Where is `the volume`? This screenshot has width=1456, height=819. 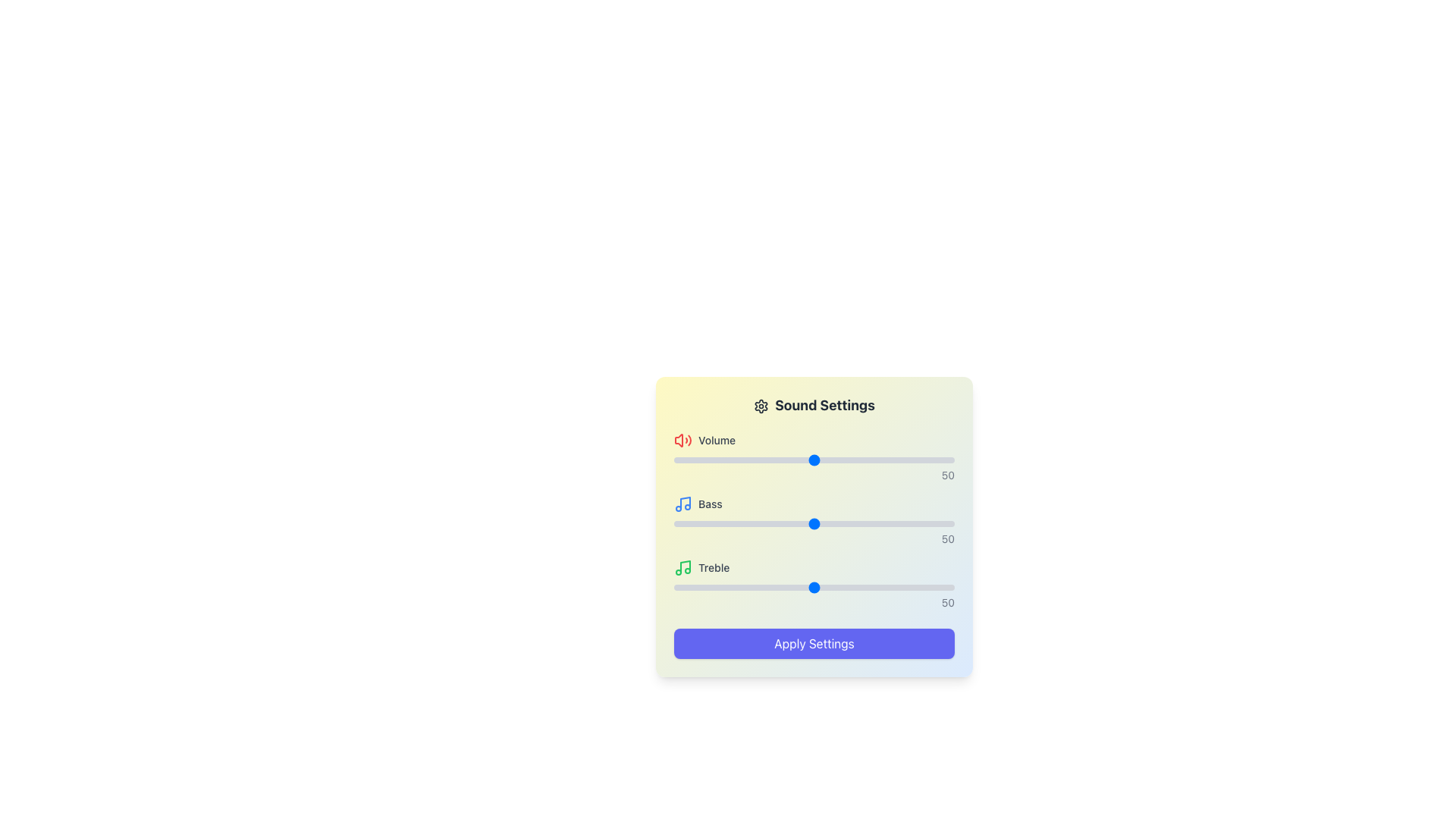 the volume is located at coordinates (819, 459).